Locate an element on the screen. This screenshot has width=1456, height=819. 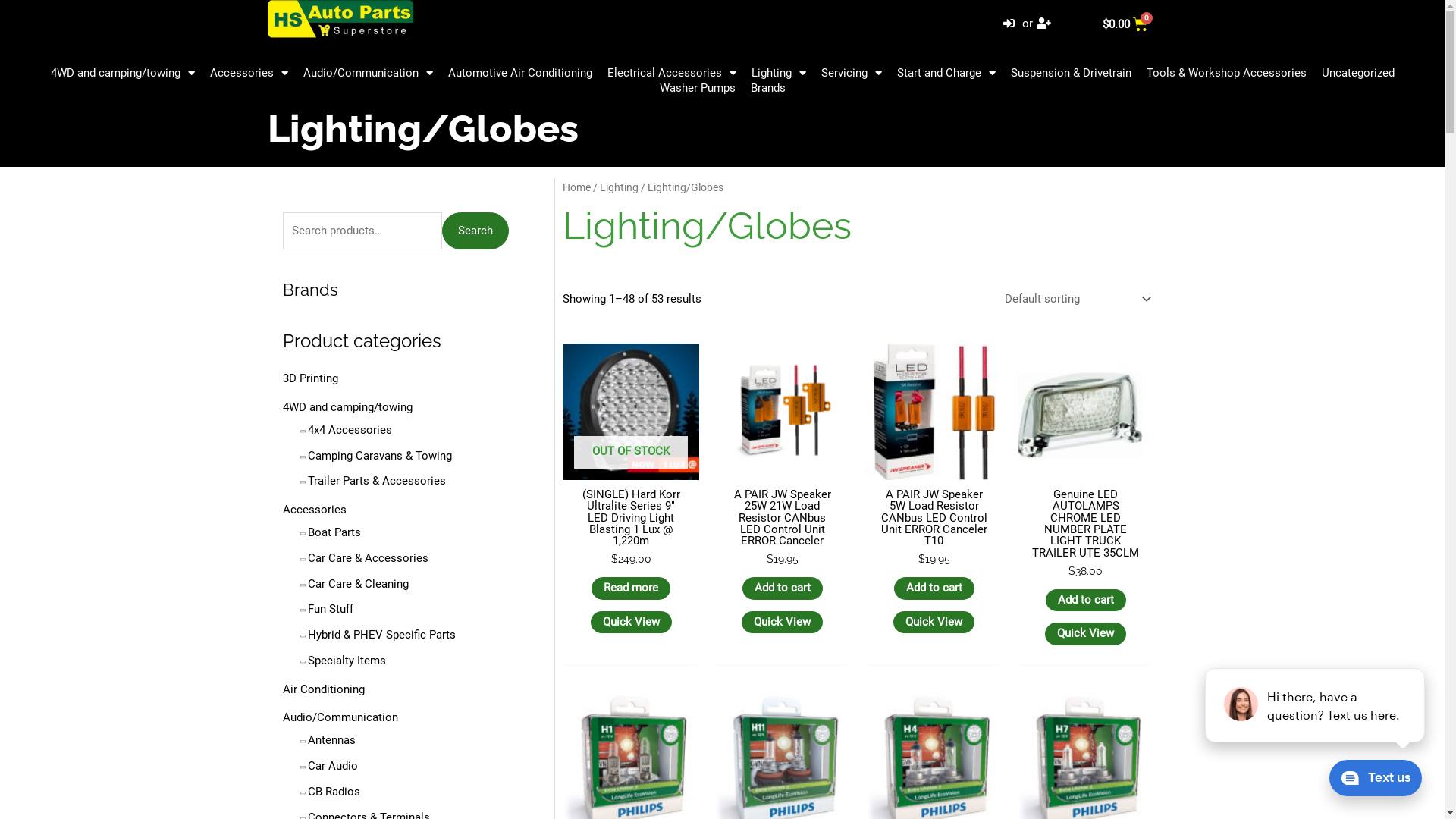
'Quick View' is located at coordinates (893, 623).